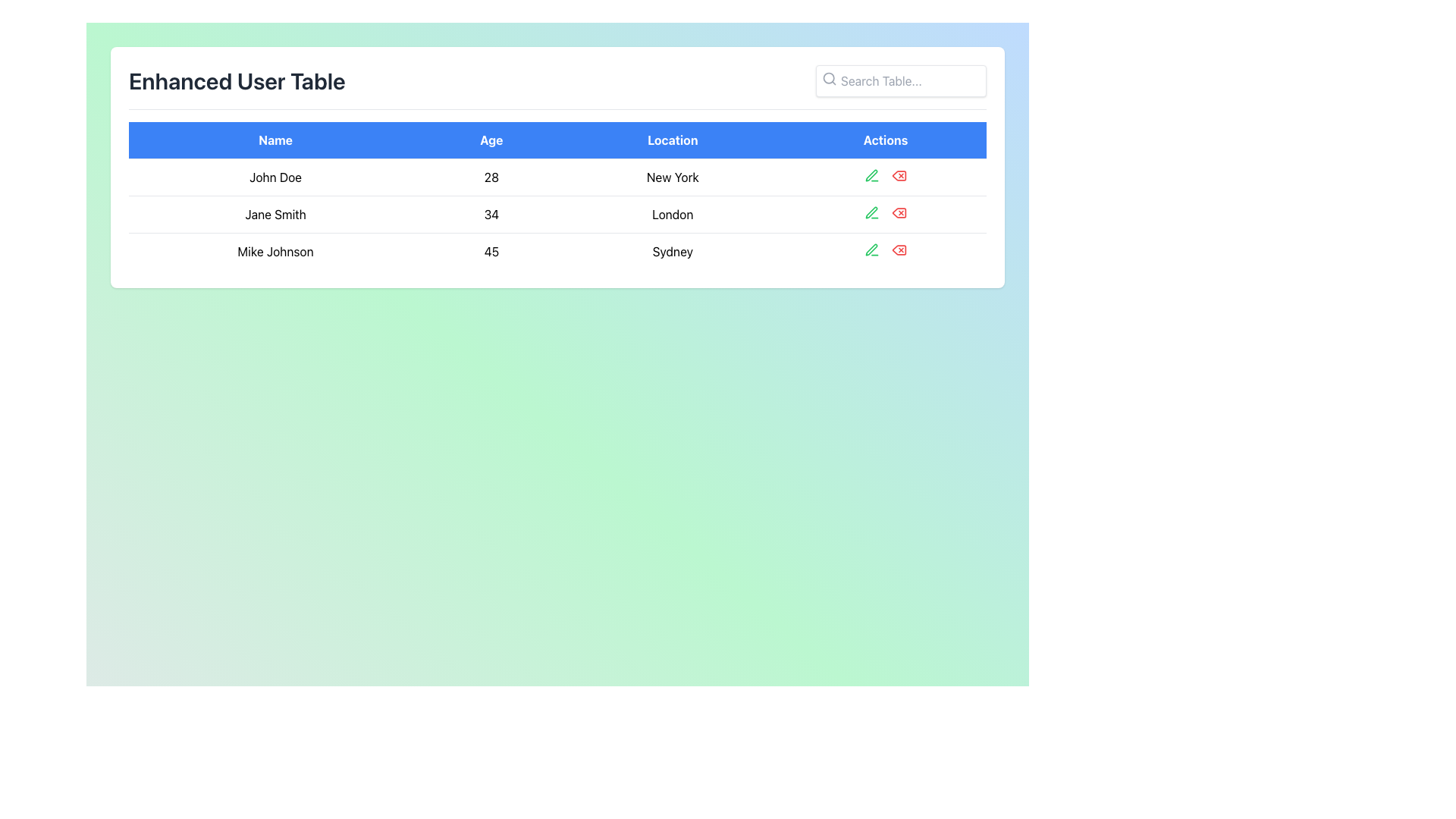 The image size is (1456, 819). I want to click on the 'delete' icon button located in the 'Actions' column of the last row representing 'Mike Johnson' from Sydney, so click(899, 249).